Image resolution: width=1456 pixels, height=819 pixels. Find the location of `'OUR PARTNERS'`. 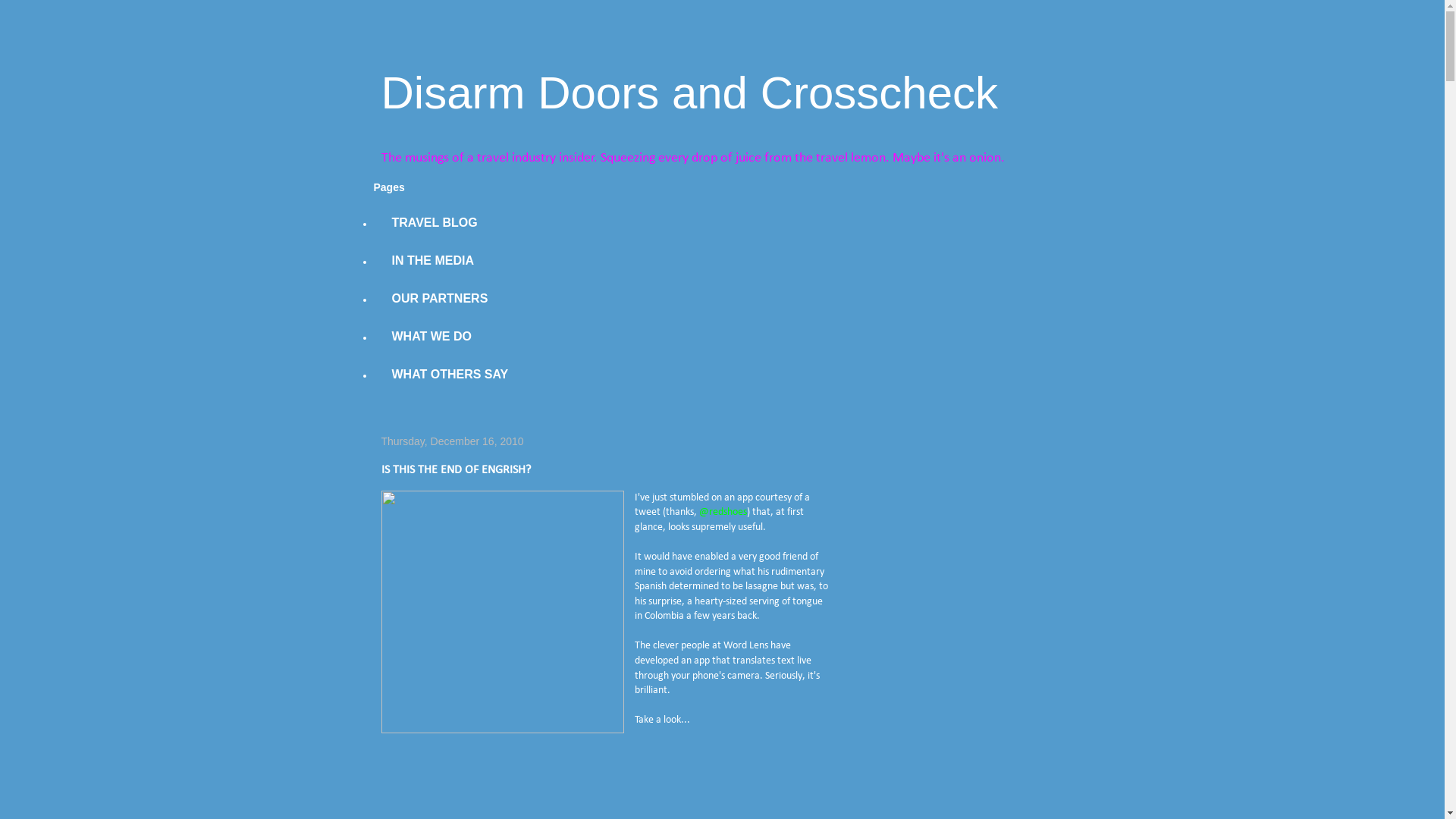

'OUR PARTNERS' is located at coordinates (438, 298).